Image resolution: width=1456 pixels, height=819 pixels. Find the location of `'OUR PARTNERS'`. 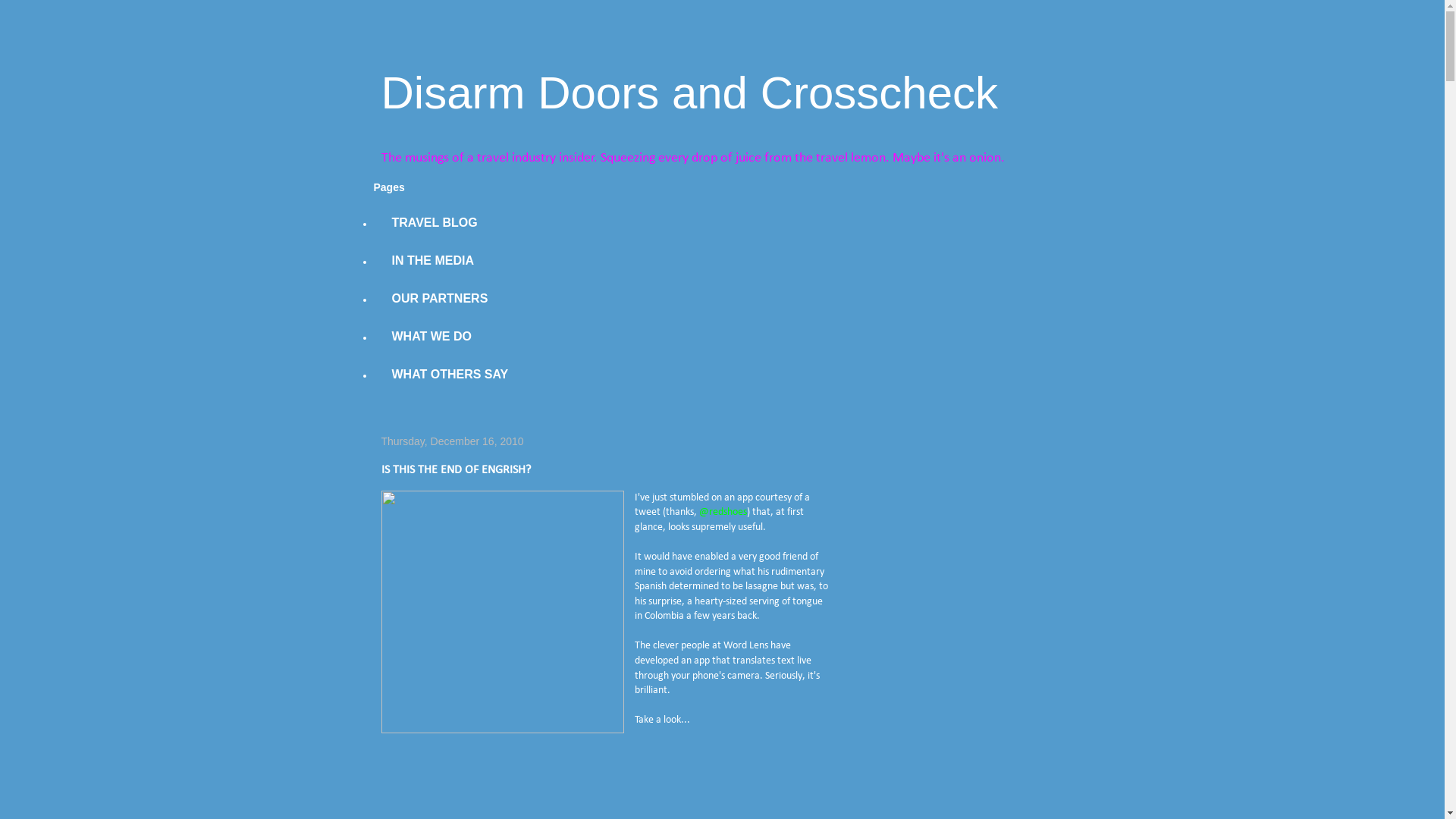

'OUR PARTNERS' is located at coordinates (438, 298).